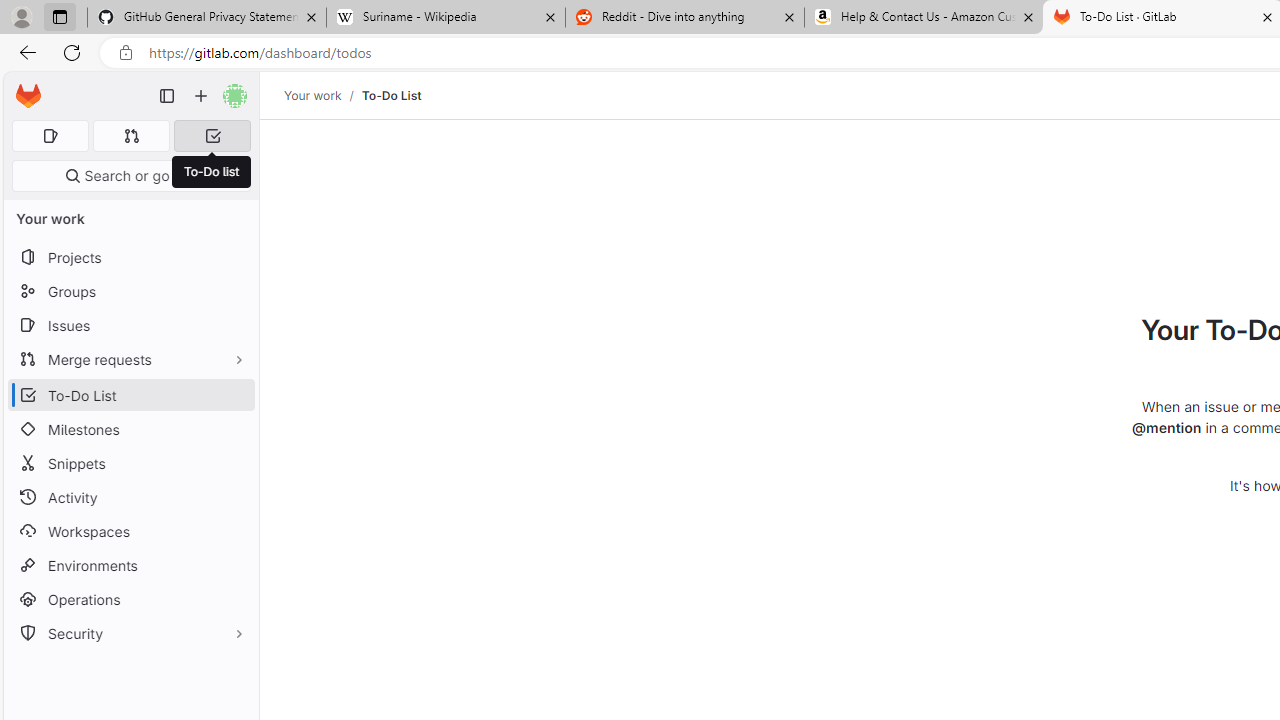 This screenshot has height=720, width=1280. Describe the element at coordinates (311, 95) in the screenshot. I see `'Your work'` at that location.